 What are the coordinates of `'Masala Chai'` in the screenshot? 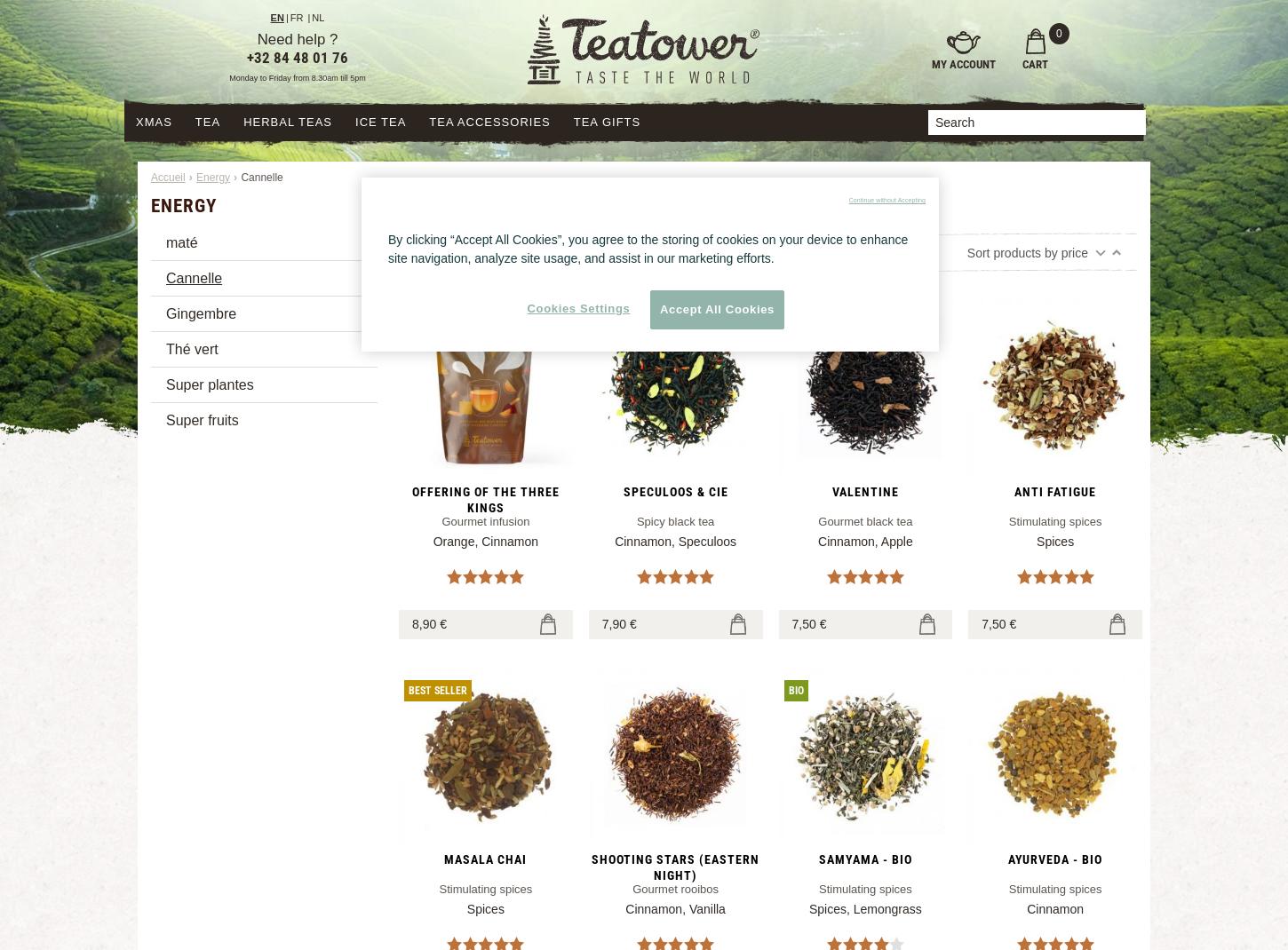 It's located at (485, 857).